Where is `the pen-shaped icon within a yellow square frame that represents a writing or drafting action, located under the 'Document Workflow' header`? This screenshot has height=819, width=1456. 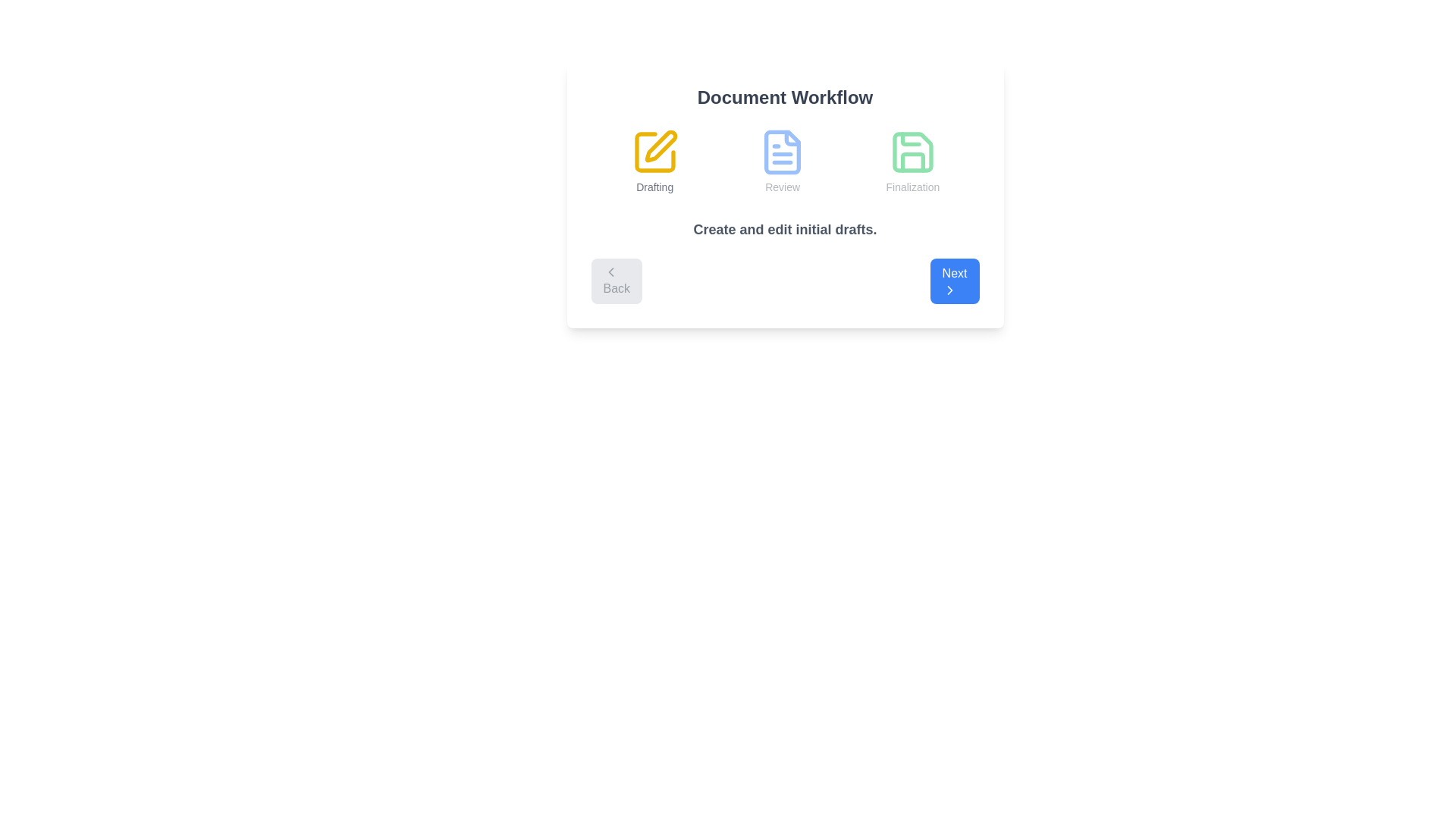 the pen-shaped icon within a yellow square frame that represents a writing or drafting action, located under the 'Document Workflow' header is located at coordinates (654, 152).